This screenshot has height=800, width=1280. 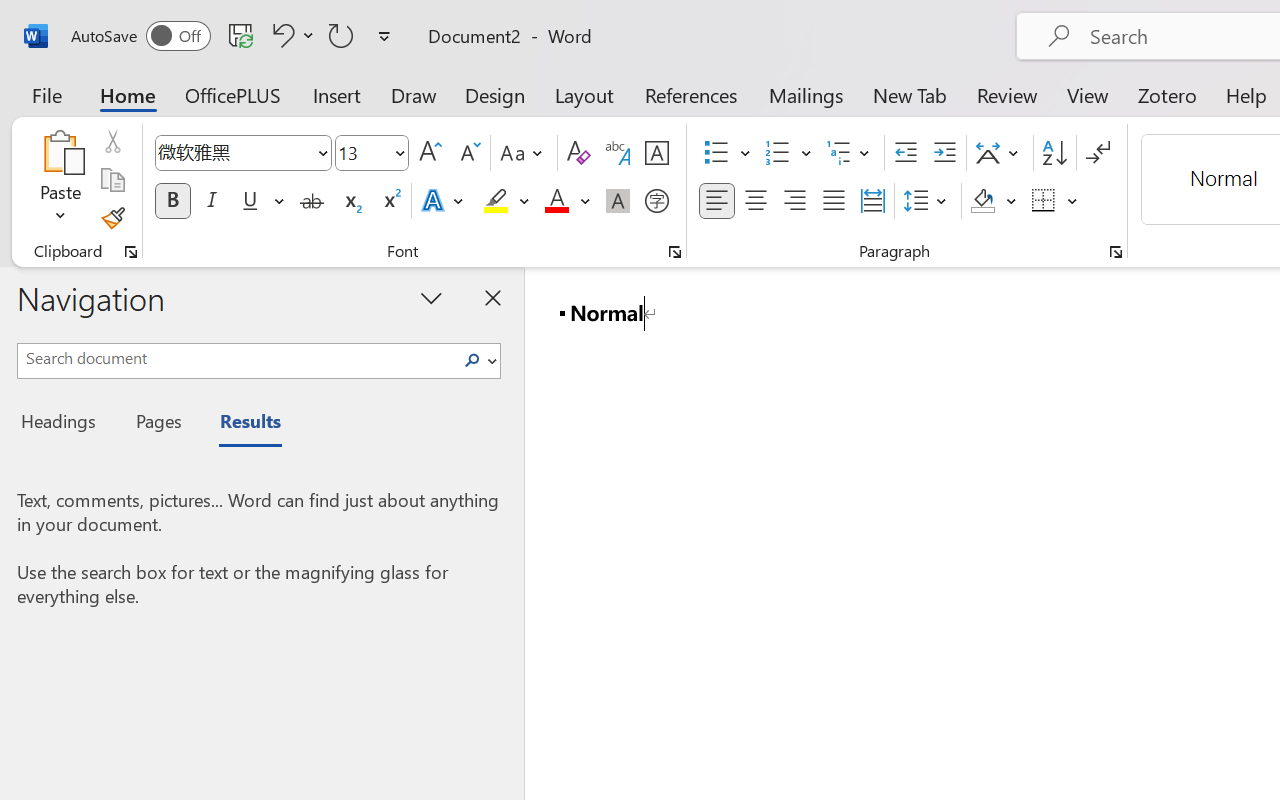 What do you see at coordinates (233, 94) in the screenshot?
I see `'OfficePLUS'` at bounding box center [233, 94].